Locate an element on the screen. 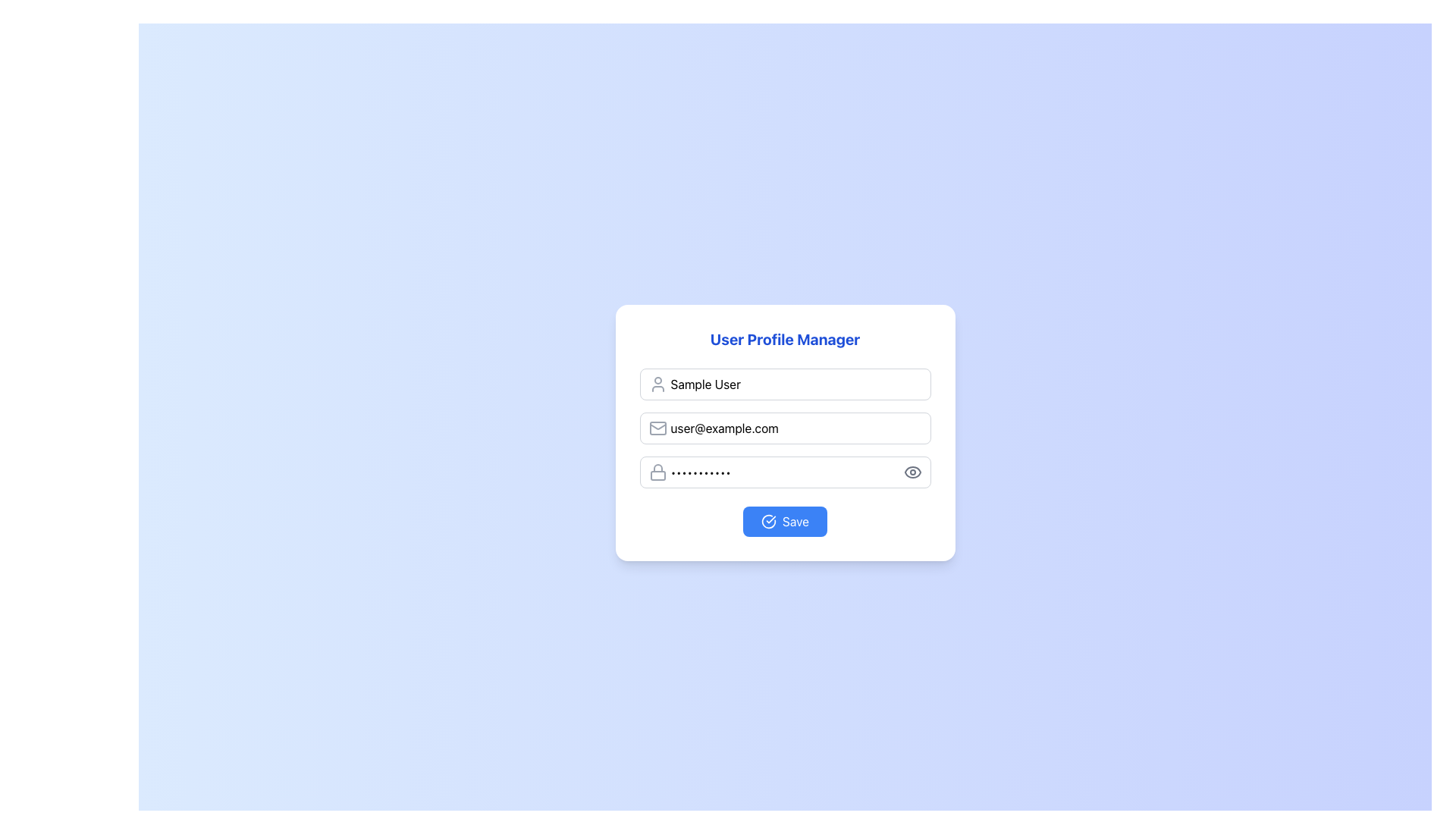 This screenshot has height=819, width=1456. the 'Save' text label within the blue button at the bottom of the user profile management form for accessibility usage is located at coordinates (795, 520).